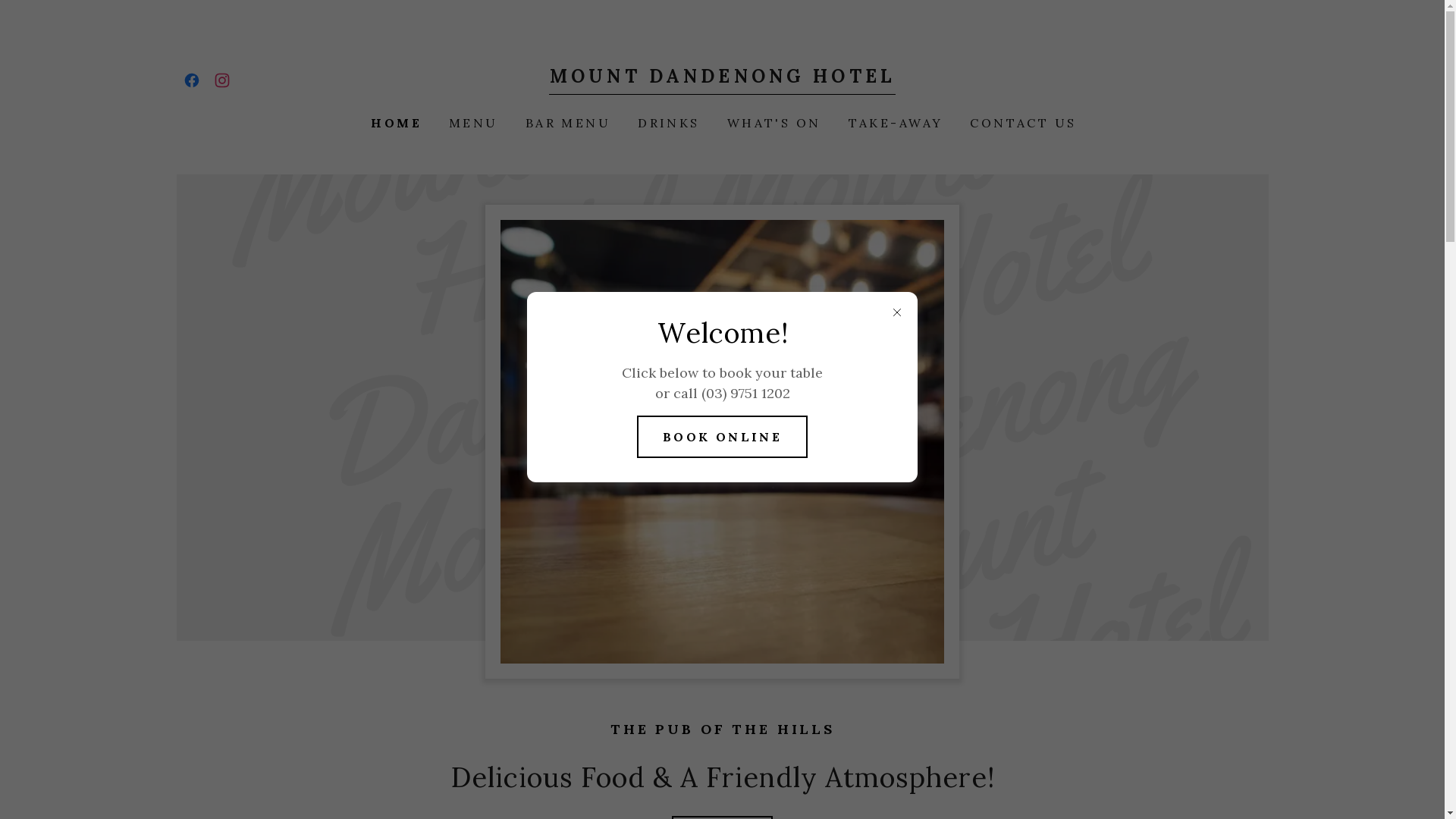  What do you see at coordinates (1021, 122) in the screenshot?
I see `'CONTACT US'` at bounding box center [1021, 122].